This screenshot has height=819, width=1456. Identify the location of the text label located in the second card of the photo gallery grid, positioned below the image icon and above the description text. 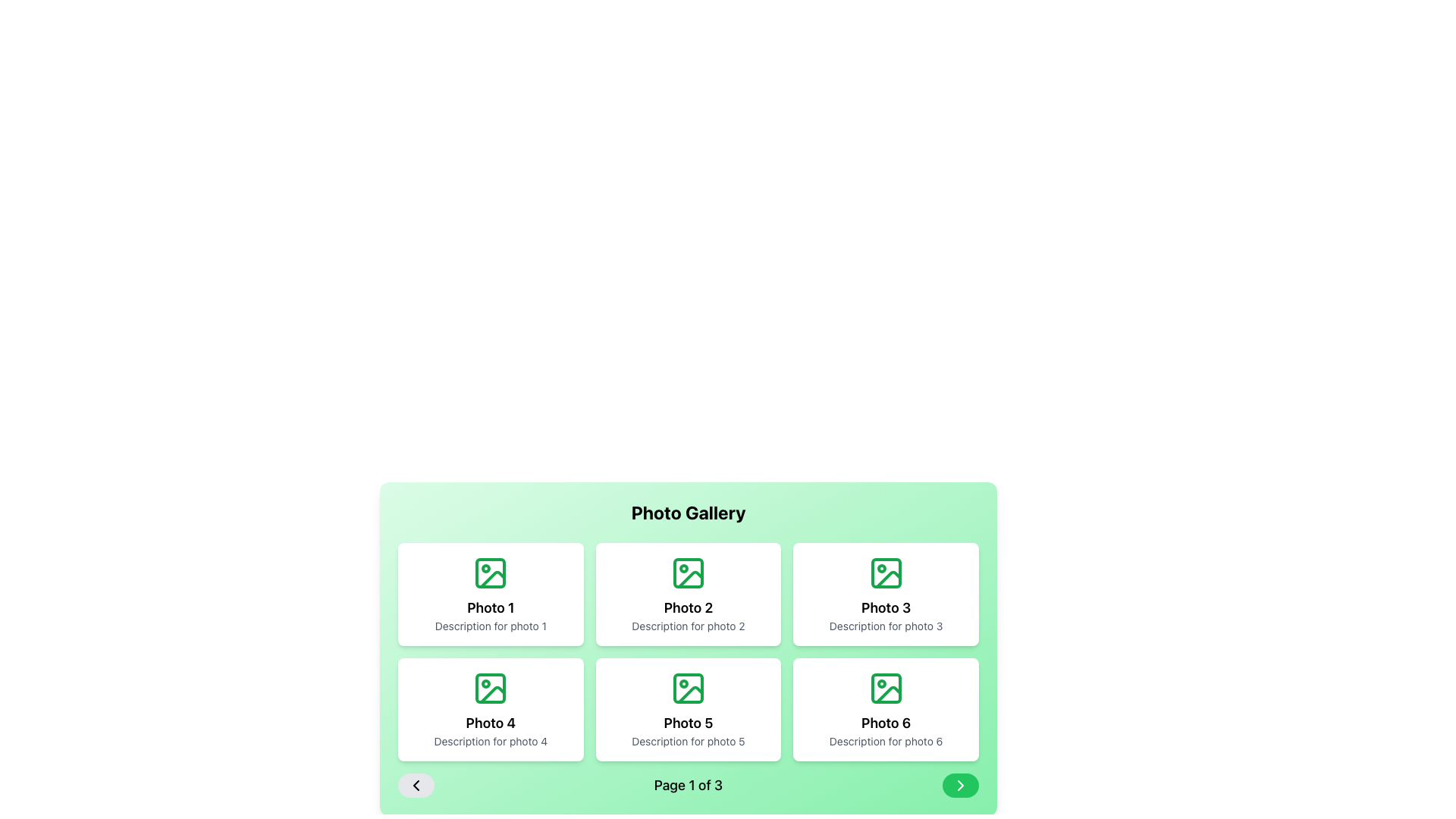
(687, 607).